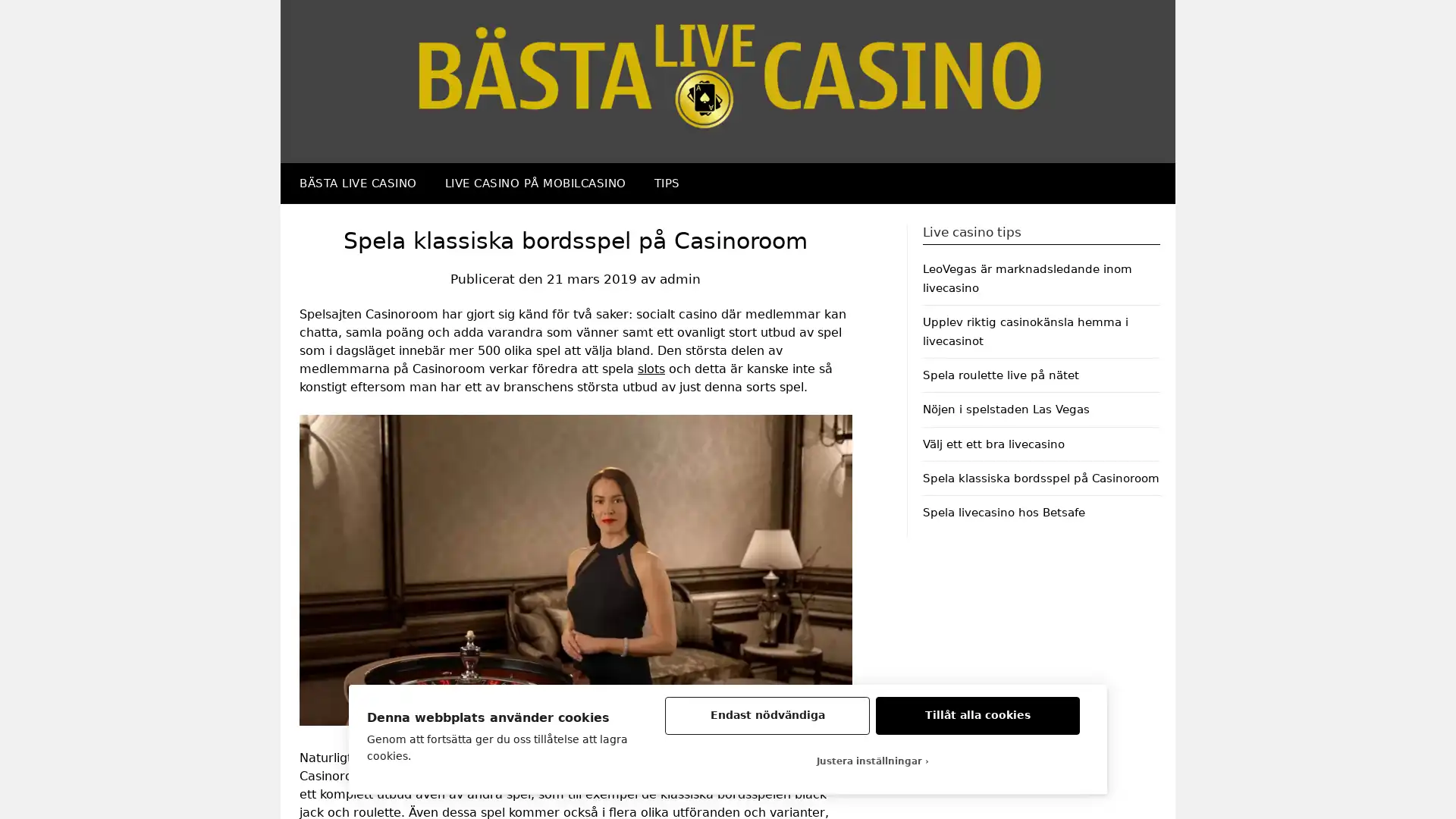 This screenshot has height=819, width=1456. Describe the element at coordinates (977, 716) in the screenshot. I see `Tillat alla cookies` at that location.